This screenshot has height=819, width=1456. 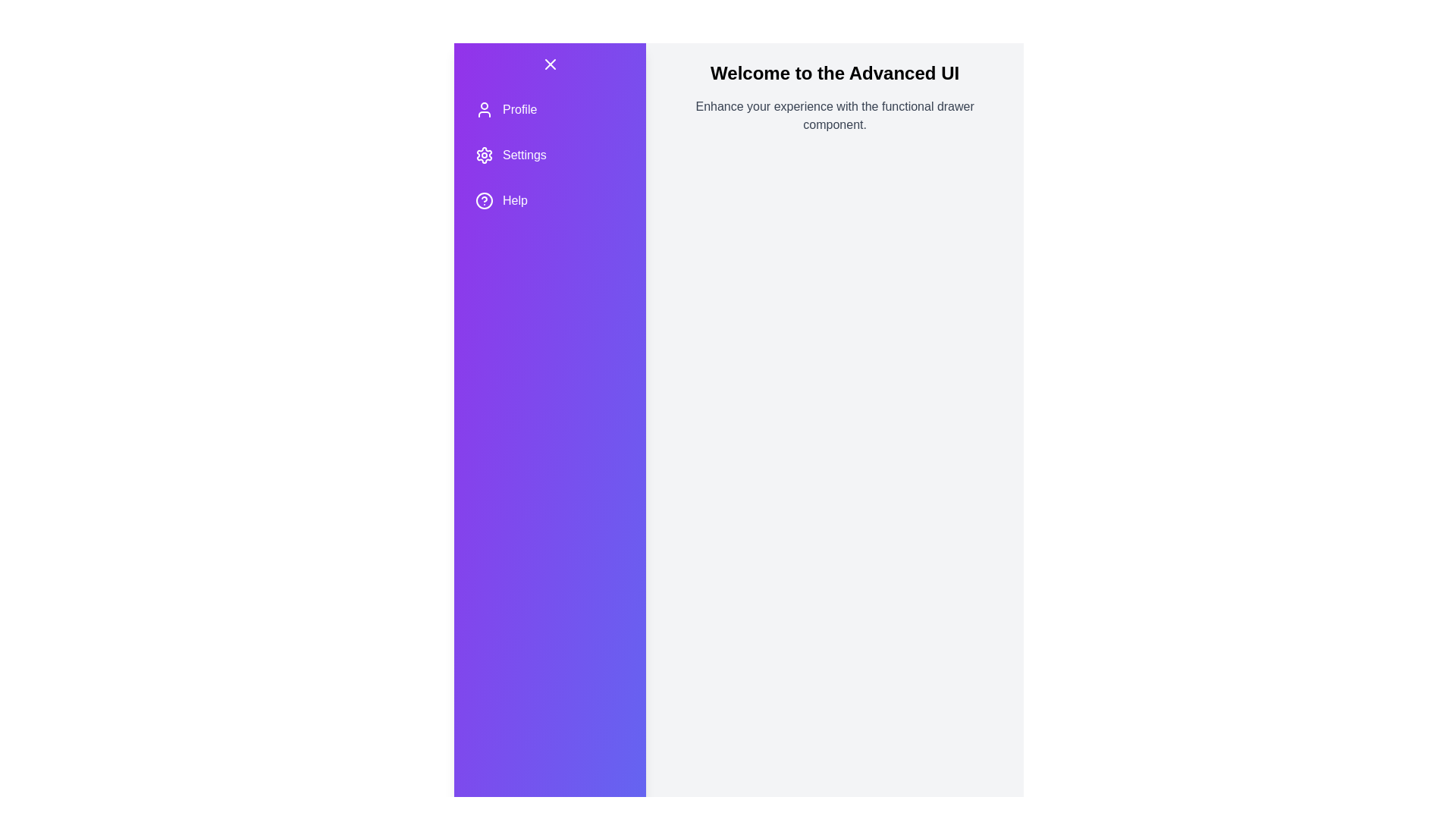 I want to click on the menu item Settings by clicking on it, so click(x=549, y=155).